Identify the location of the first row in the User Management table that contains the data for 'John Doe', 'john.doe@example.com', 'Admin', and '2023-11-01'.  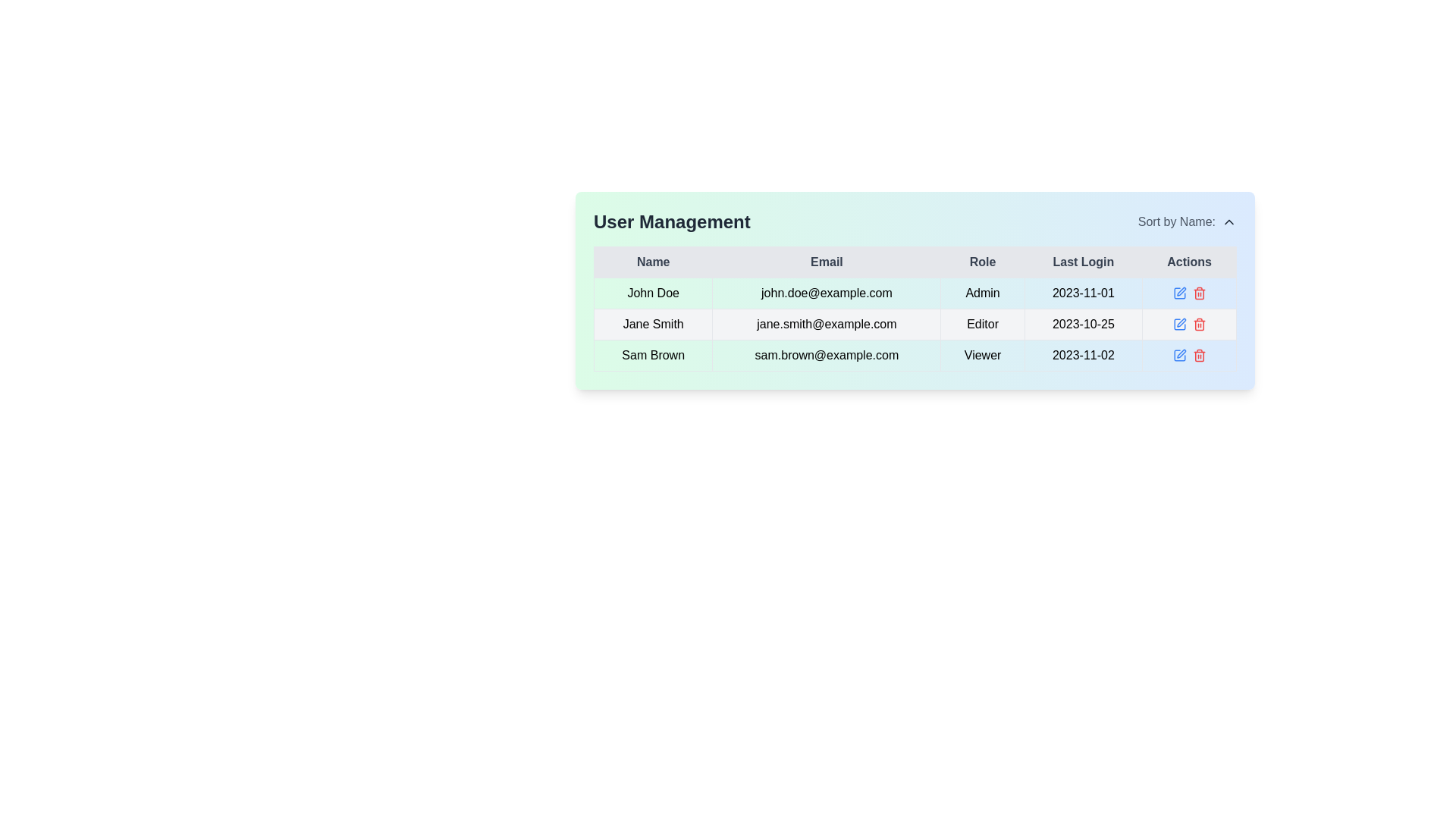
(914, 293).